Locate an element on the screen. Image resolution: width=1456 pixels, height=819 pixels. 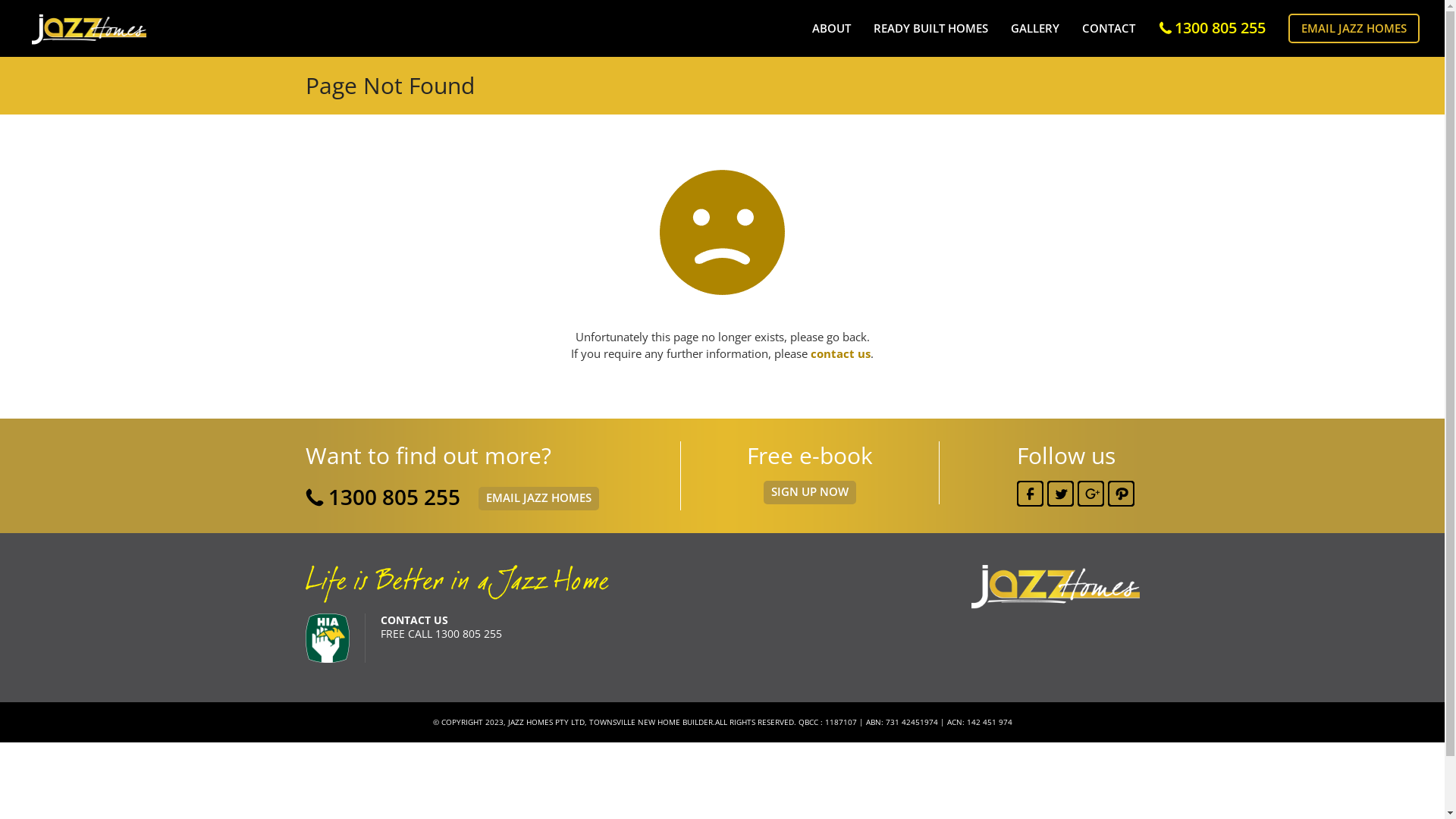
'GALLERY' is located at coordinates (1034, 28).